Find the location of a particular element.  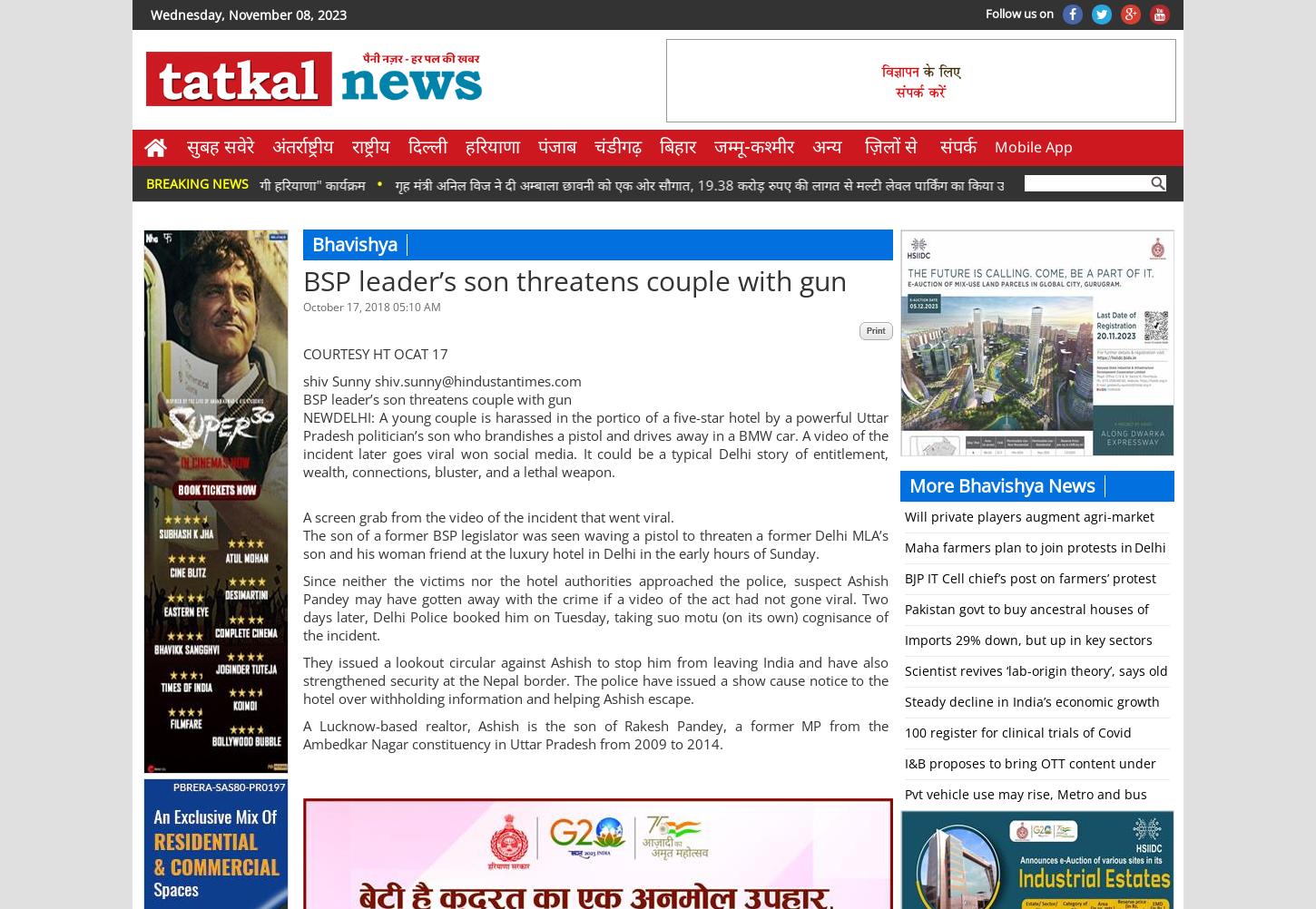

'Since neither the victims nor the hotel authorities approached the police, suspect Ashish Pandey may have gotten away with the crime if a video of the act had not gone viral. Two days later, Delhi Police booked him on Tuesday, taking suo motu (on its own) cognisance of the incident.' is located at coordinates (302, 608).